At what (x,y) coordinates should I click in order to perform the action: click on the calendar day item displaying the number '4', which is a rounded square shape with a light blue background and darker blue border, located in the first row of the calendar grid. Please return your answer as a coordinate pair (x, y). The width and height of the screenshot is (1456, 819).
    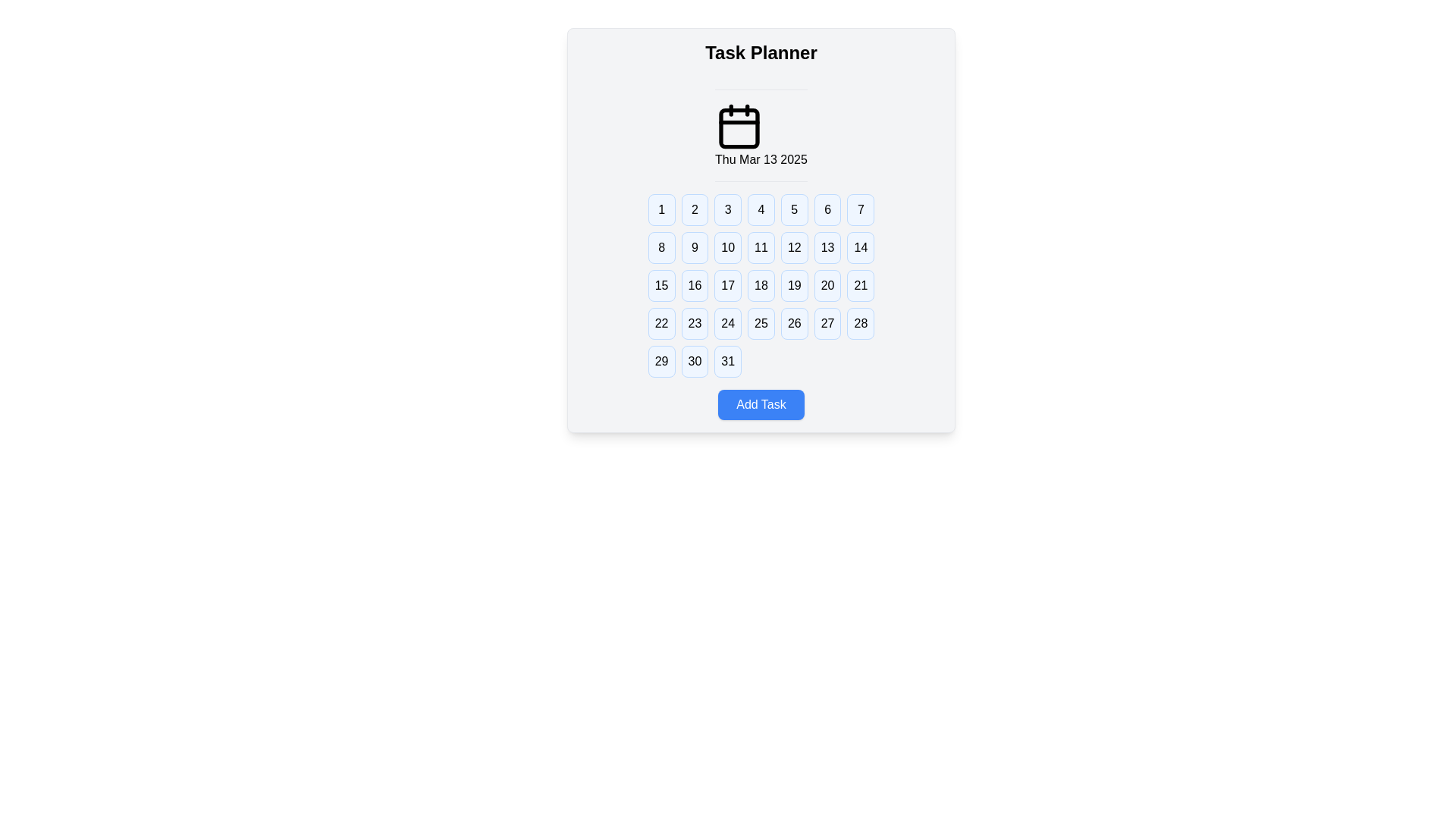
    Looking at the image, I should click on (761, 210).